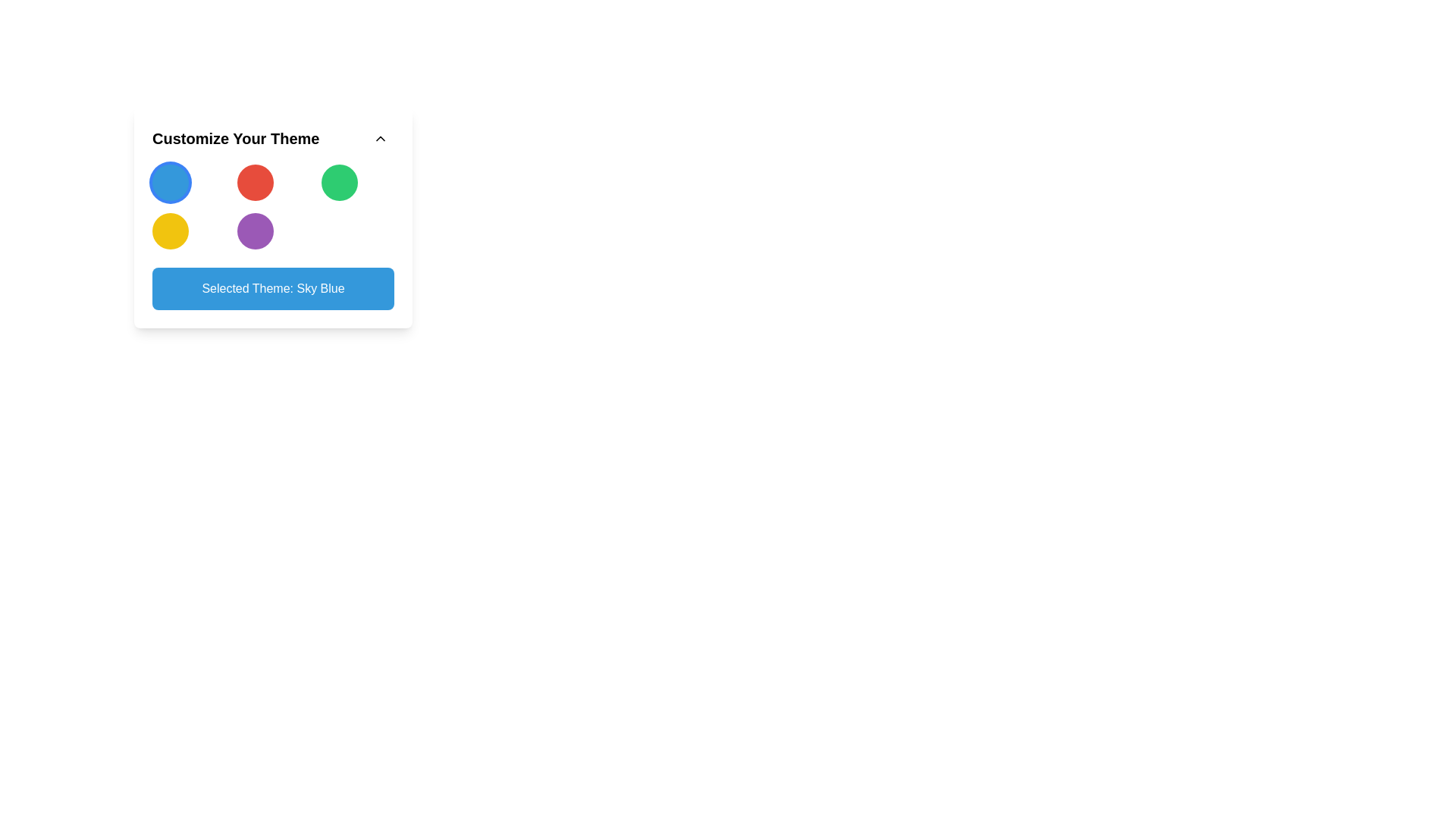  What do you see at coordinates (338, 181) in the screenshot?
I see `the circular green button in the top row, third column of the grid layout` at bounding box center [338, 181].